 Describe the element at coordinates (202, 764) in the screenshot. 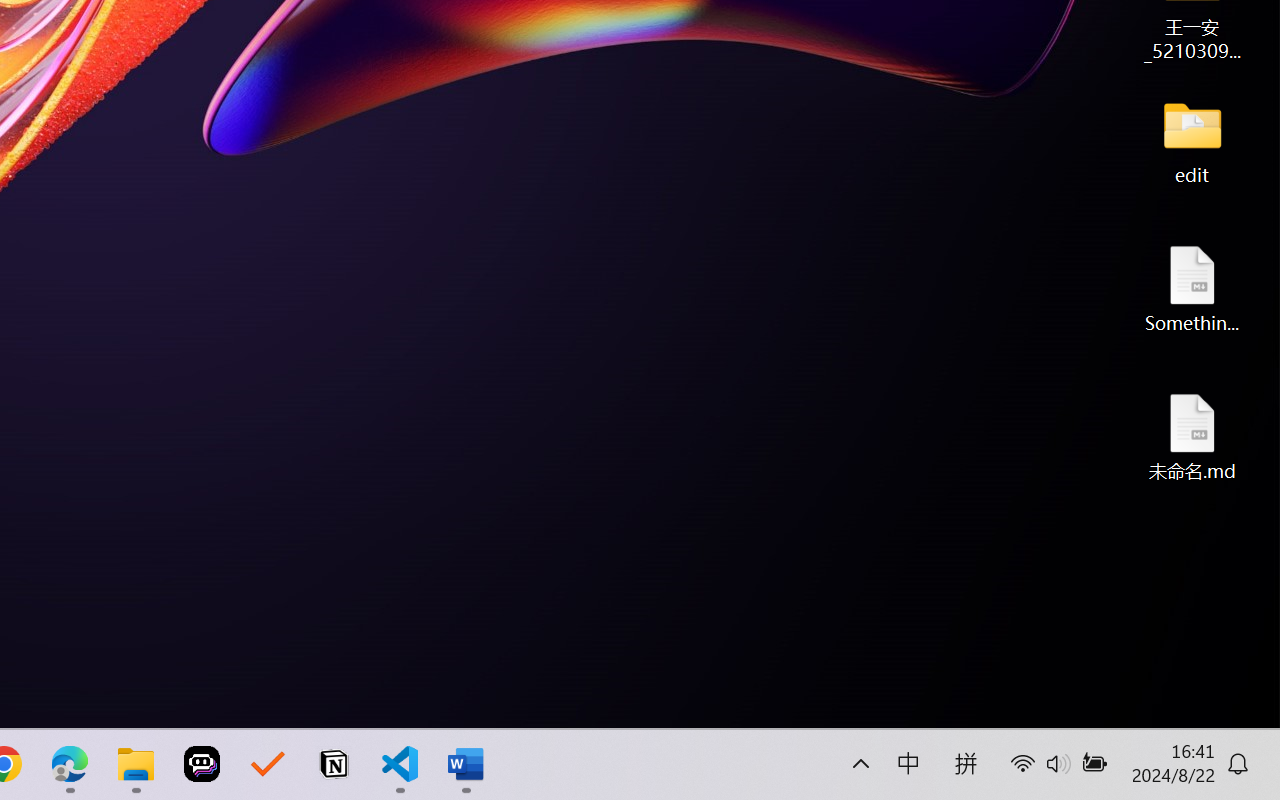

I see `'Poe'` at that location.